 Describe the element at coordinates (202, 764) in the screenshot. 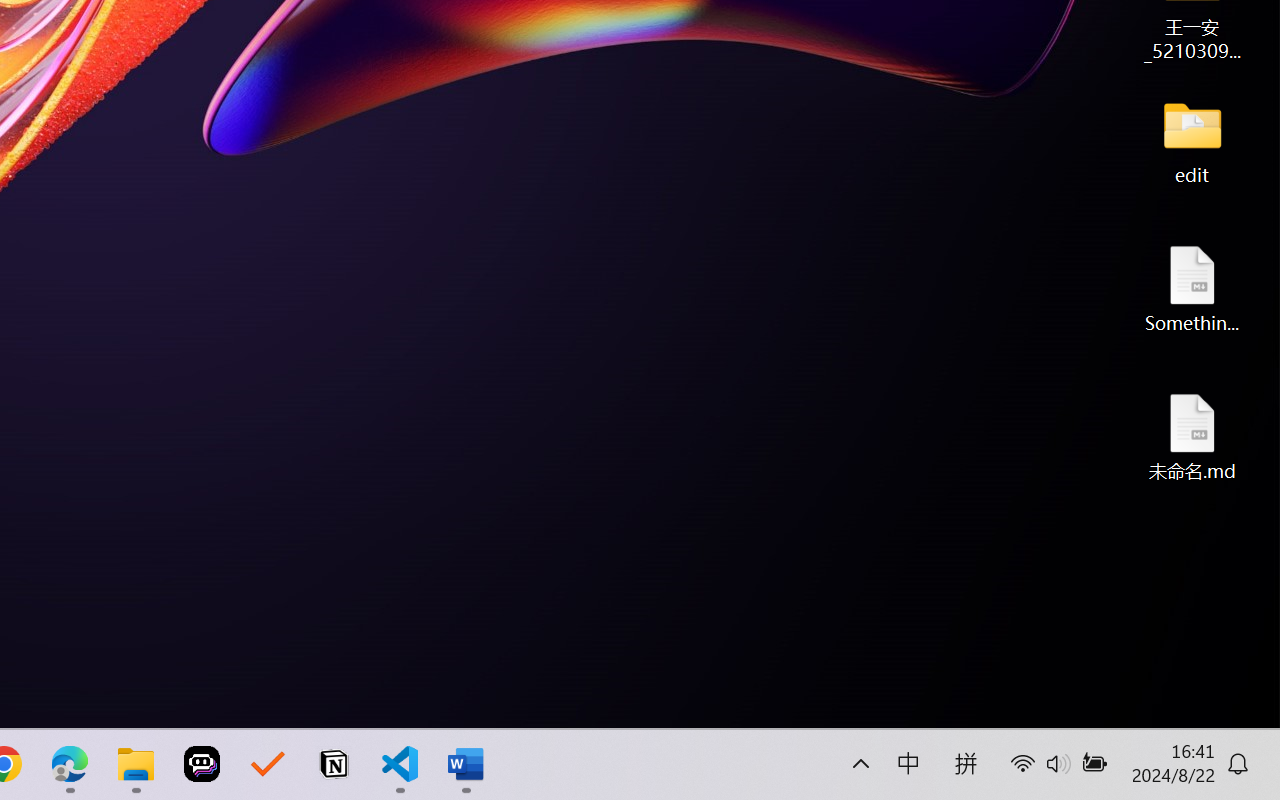

I see `'Poe'` at that location.